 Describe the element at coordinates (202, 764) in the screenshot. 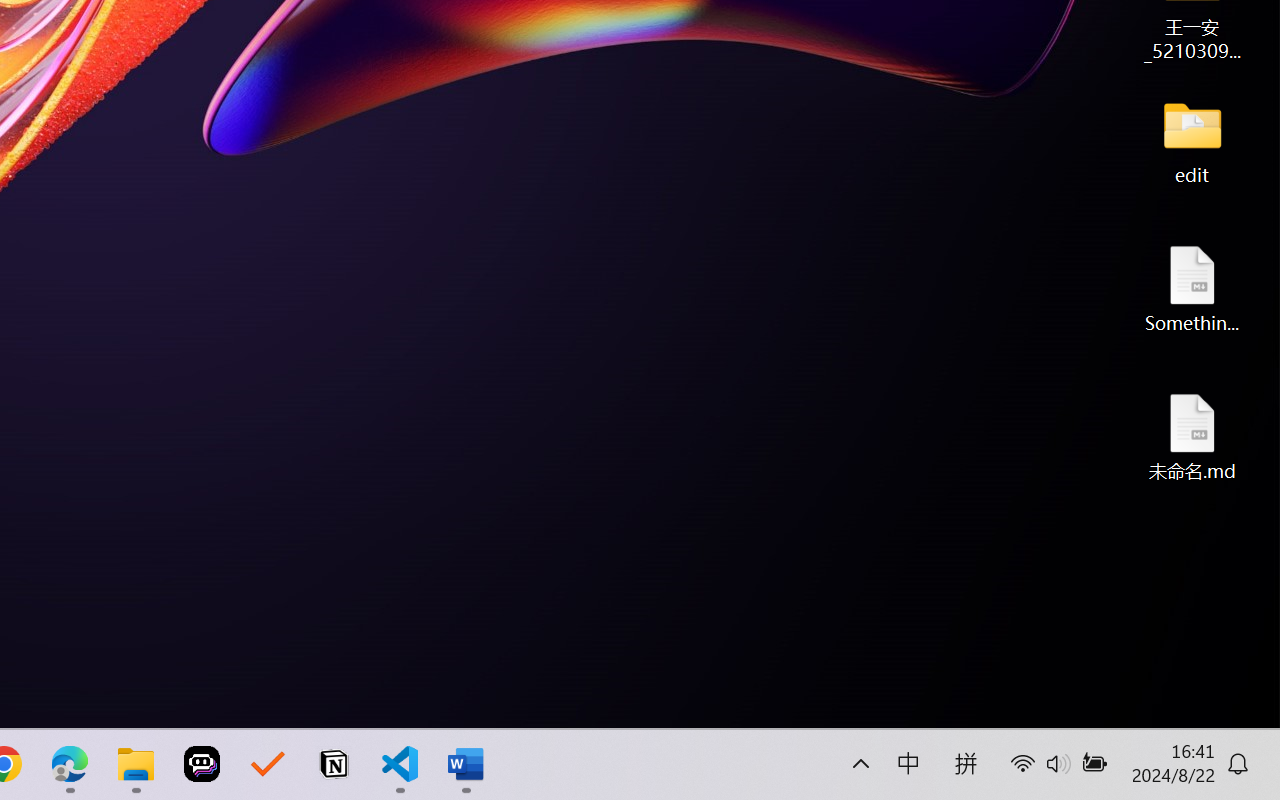

I see `'Poe'` at that location.